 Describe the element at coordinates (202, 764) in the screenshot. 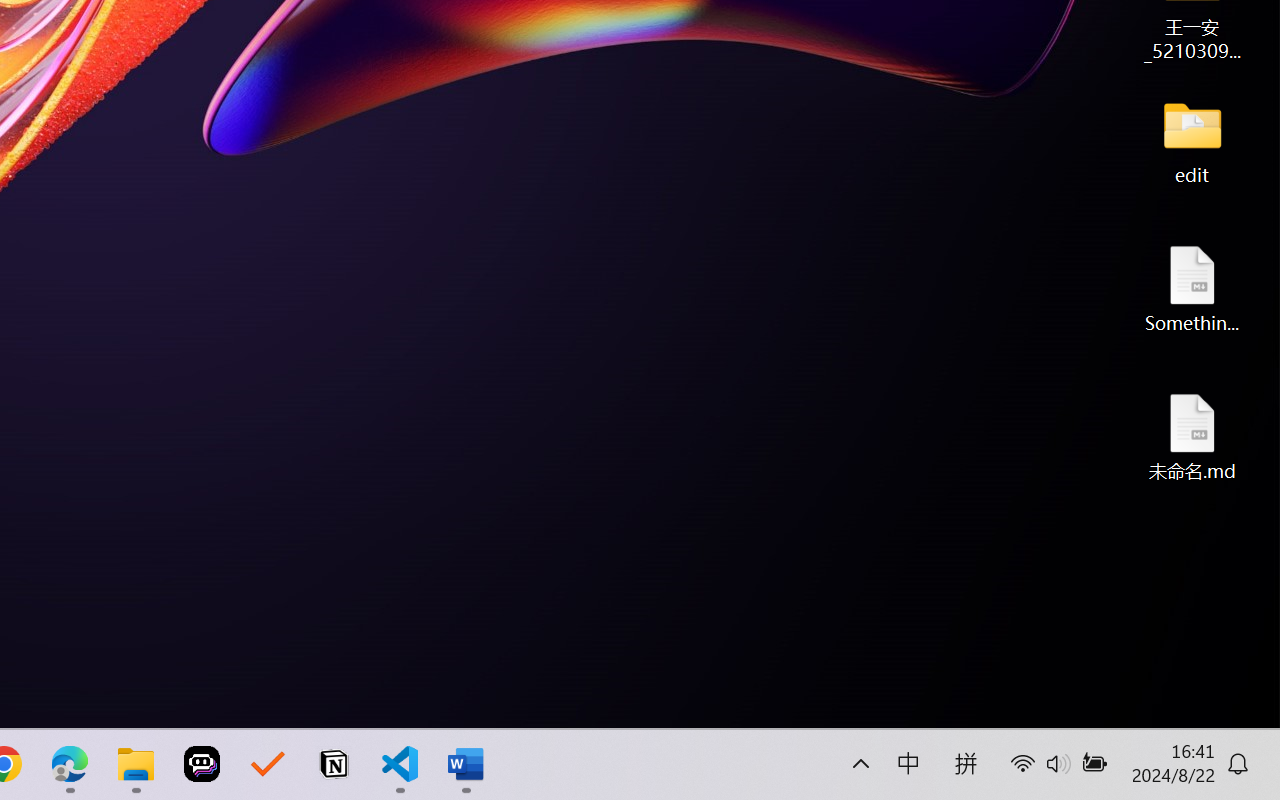

I see `'Poe'` at that location.